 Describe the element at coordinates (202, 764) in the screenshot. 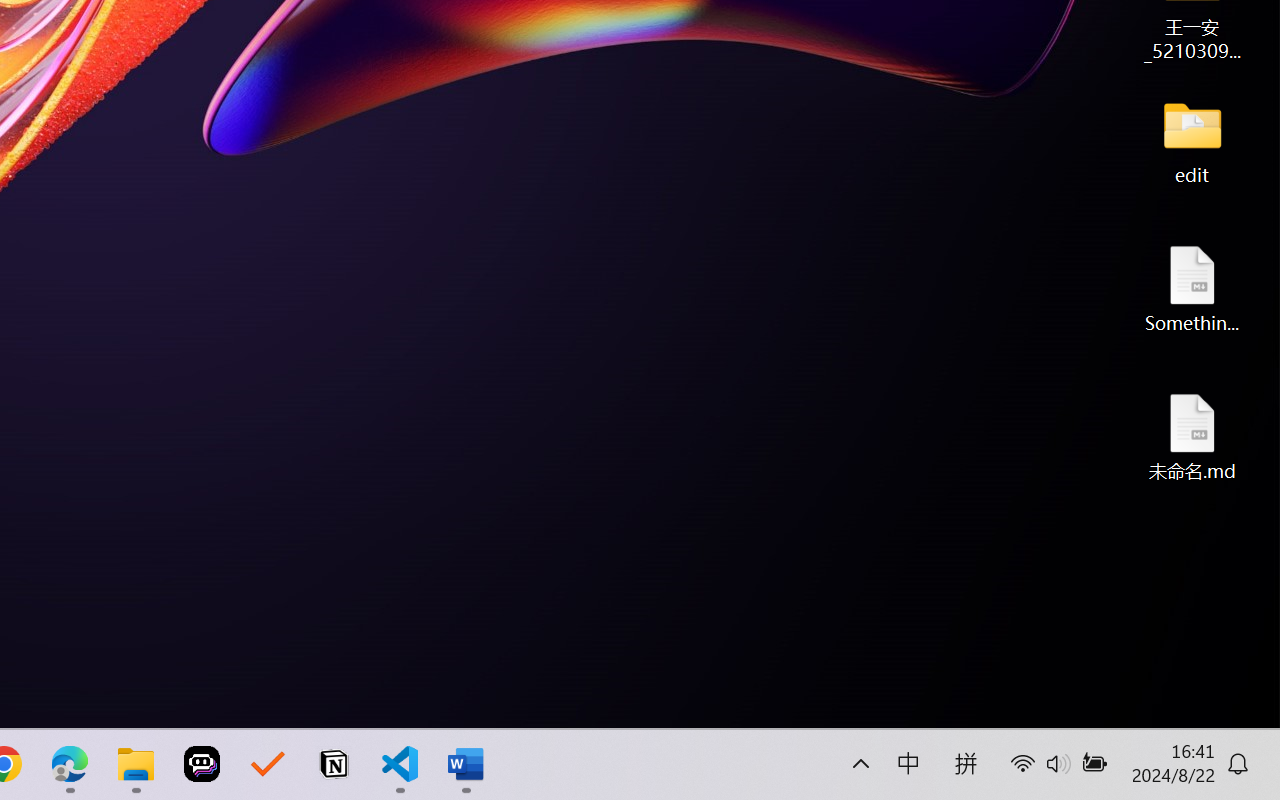

I see `'Poe'` at that location.